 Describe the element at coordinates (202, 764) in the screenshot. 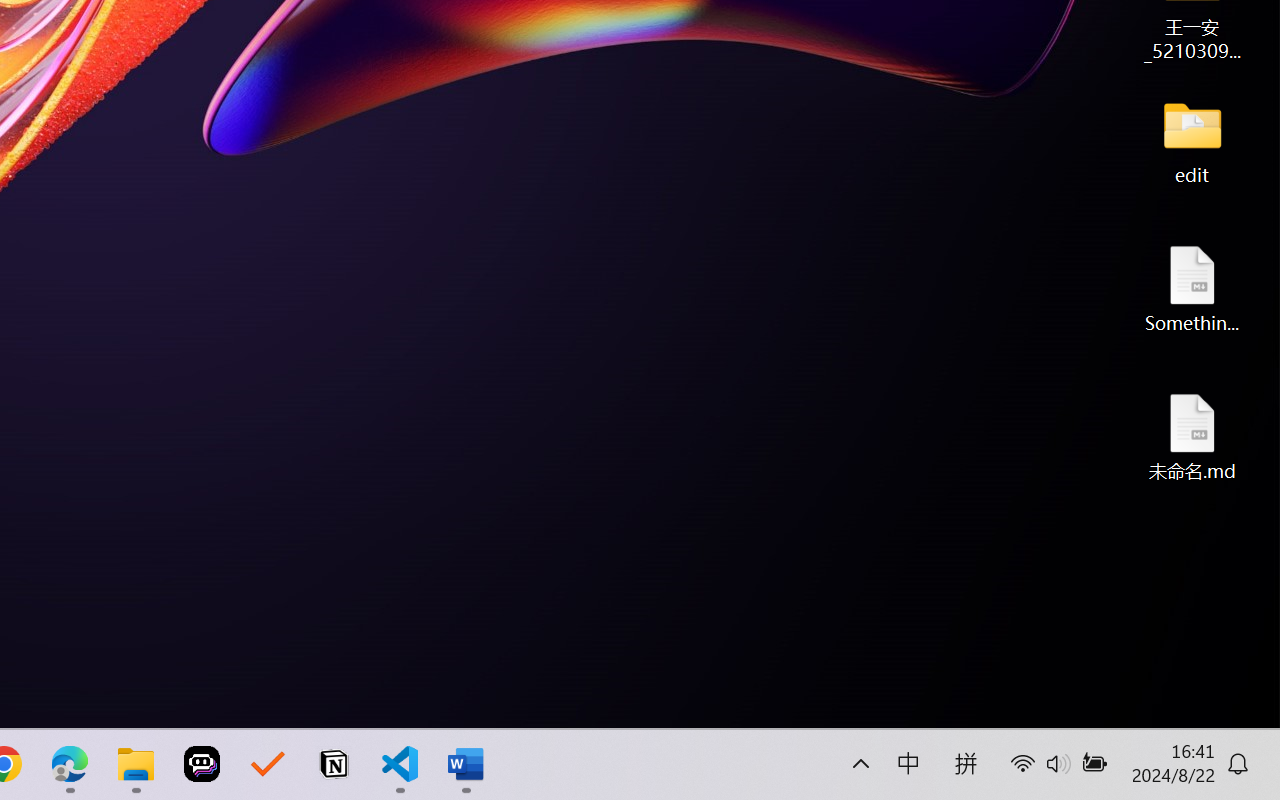

I see `'Poe'` at that location.